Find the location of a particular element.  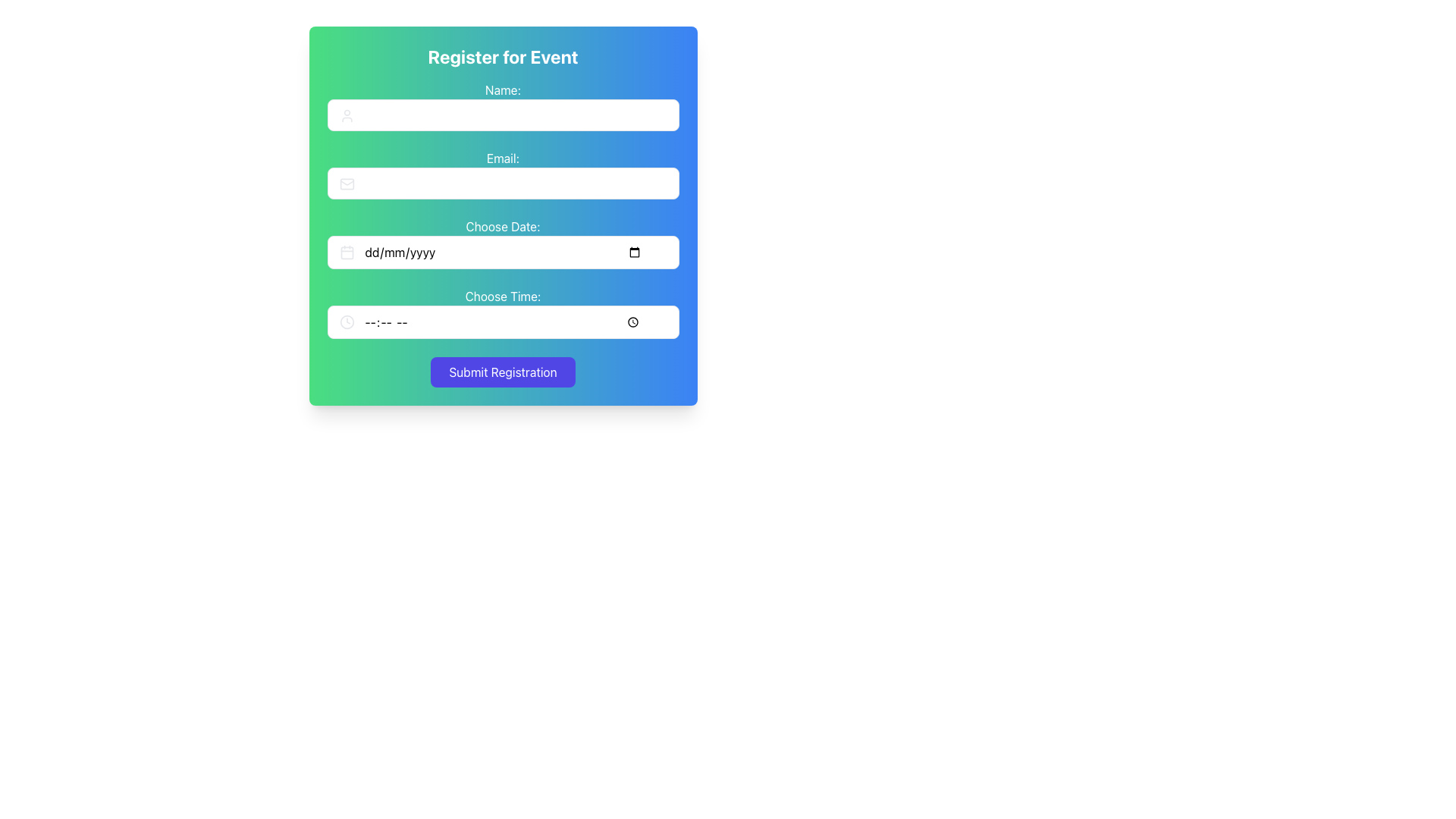

the 'Submit Registration' button, which is a rectangular button with rounded corners, vibrant indigo background, and white centered text, located at the bottom of the form is located at coordinates (503, 372).